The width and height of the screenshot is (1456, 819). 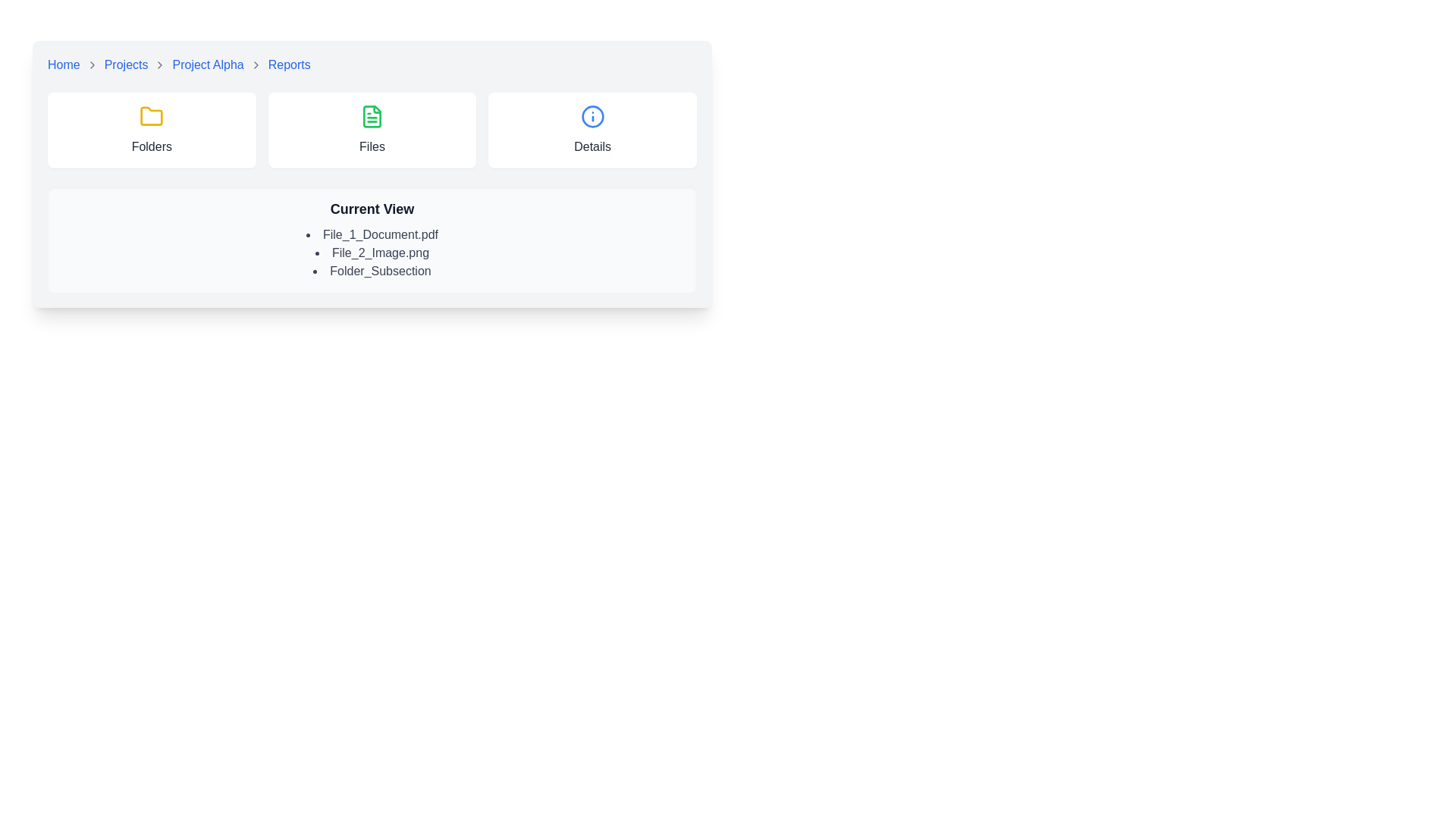 What do you see at coordinates (372, 116) in the screenshot?
I see `the document icon representing the 'Files' section, located between the 'Folders' icon and the 'Details' icon, near the top-center of the interface` at bounding box center [372, 116].